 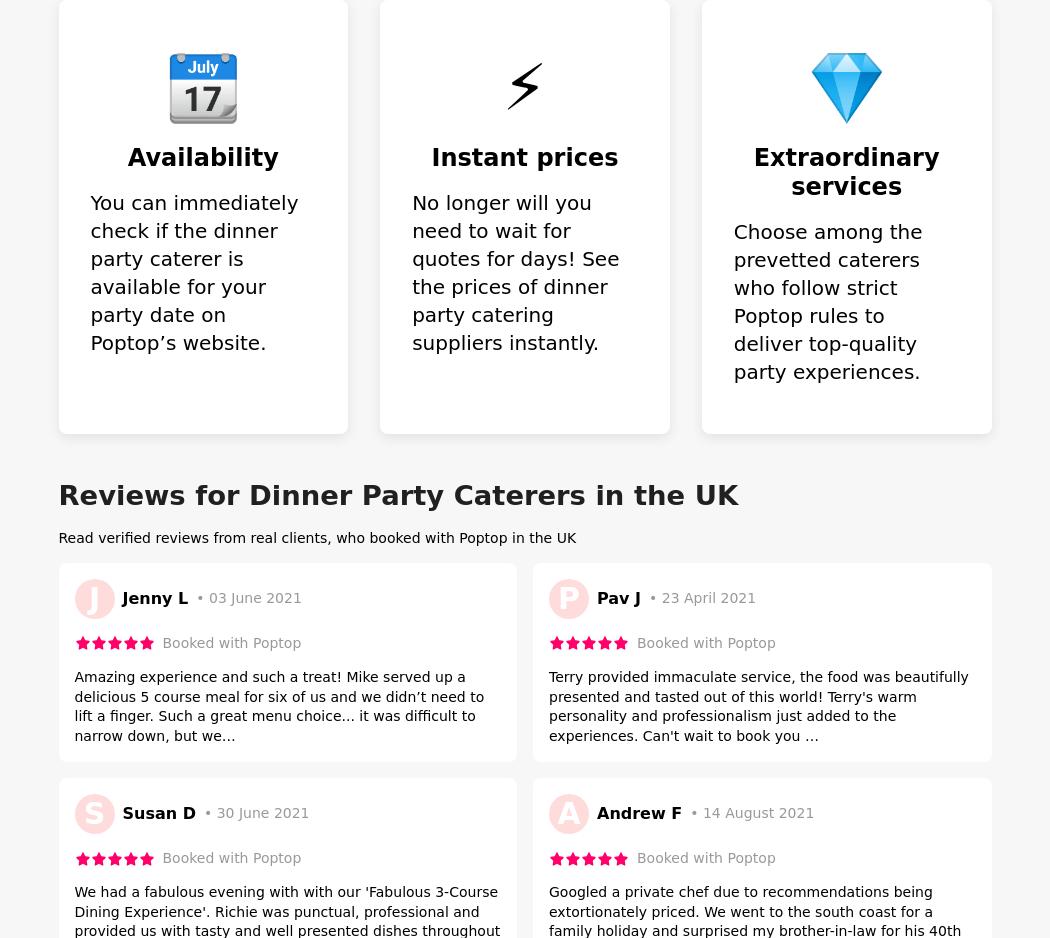 What do you see at coordinates (567, 813) in the screenshot?
I see `'A'` at bounding box center [567, 813].